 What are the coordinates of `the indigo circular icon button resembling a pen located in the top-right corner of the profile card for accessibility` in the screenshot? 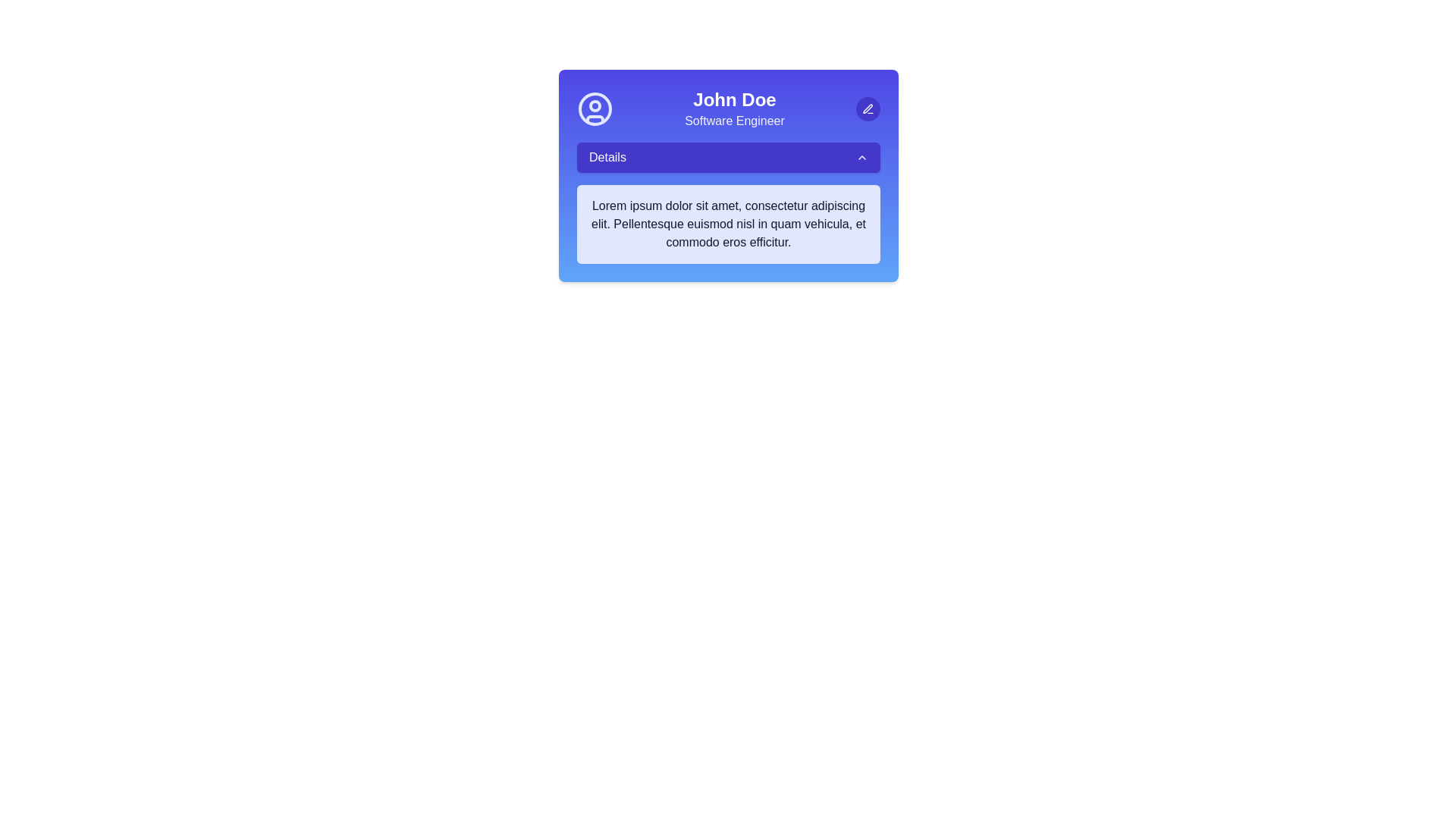 It's located at (868, 108).